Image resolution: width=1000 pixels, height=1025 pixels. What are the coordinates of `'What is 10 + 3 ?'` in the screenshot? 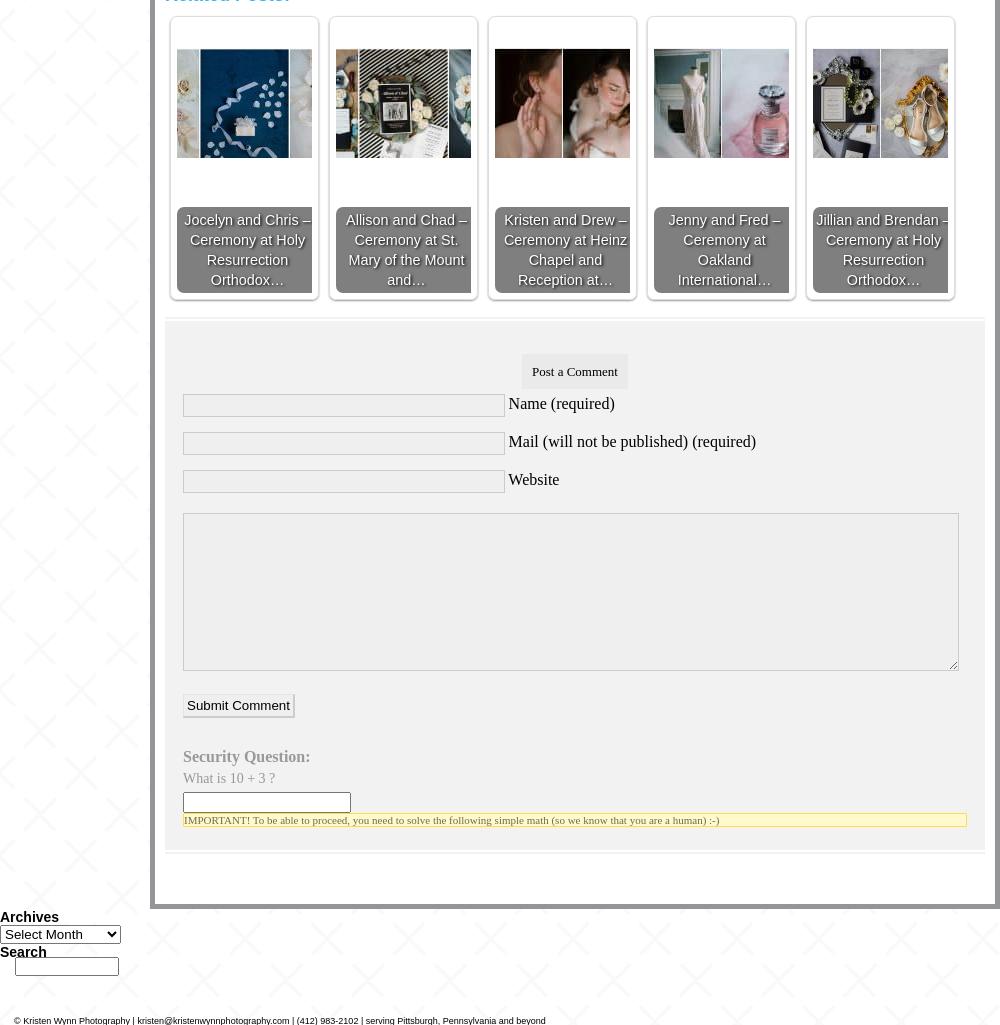 It's located at (228, 777).